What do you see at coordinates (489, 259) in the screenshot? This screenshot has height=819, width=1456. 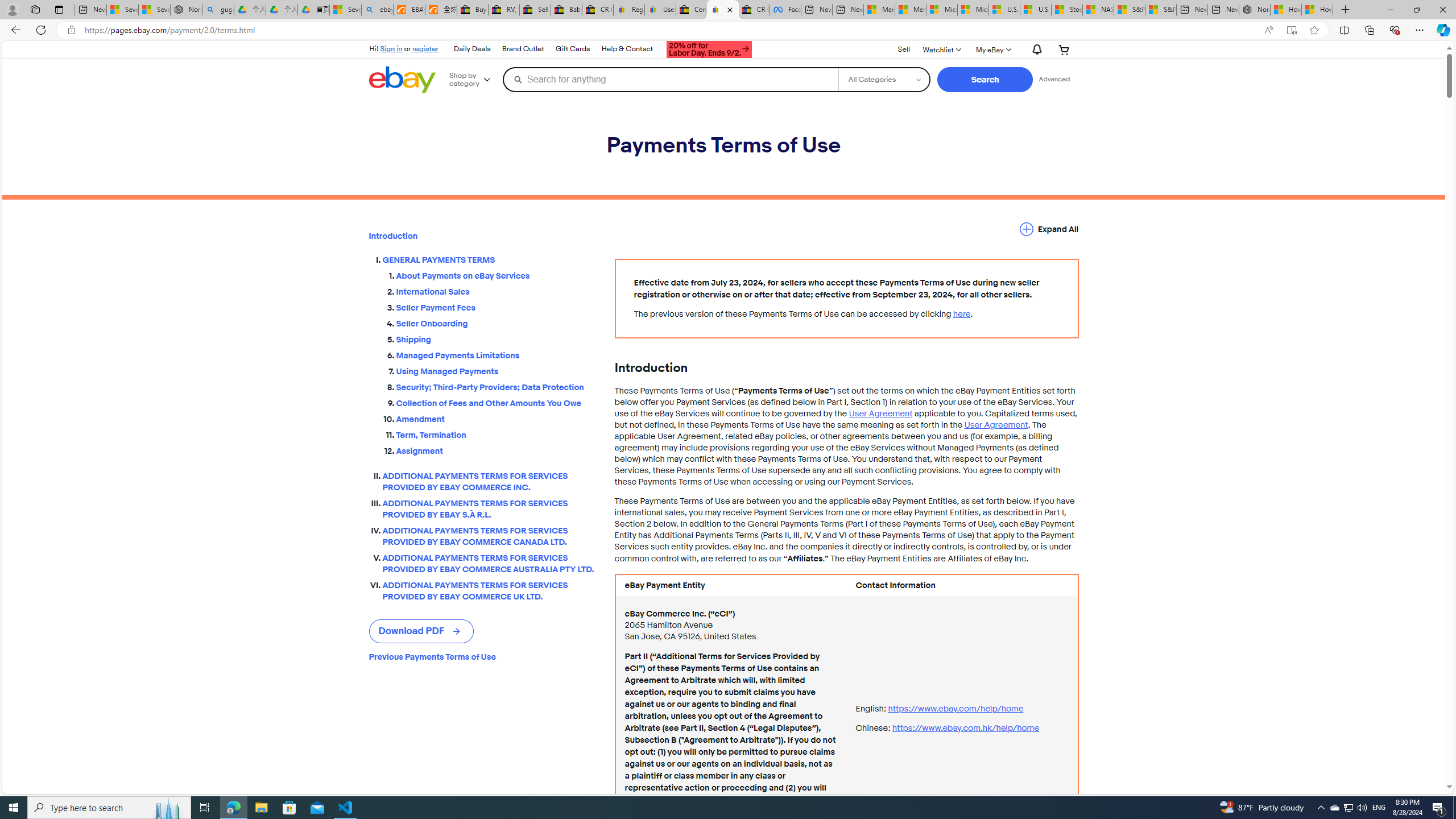 I see `'GENERAL PAYMENTS TERMS'` at bounding box center [489, 259].